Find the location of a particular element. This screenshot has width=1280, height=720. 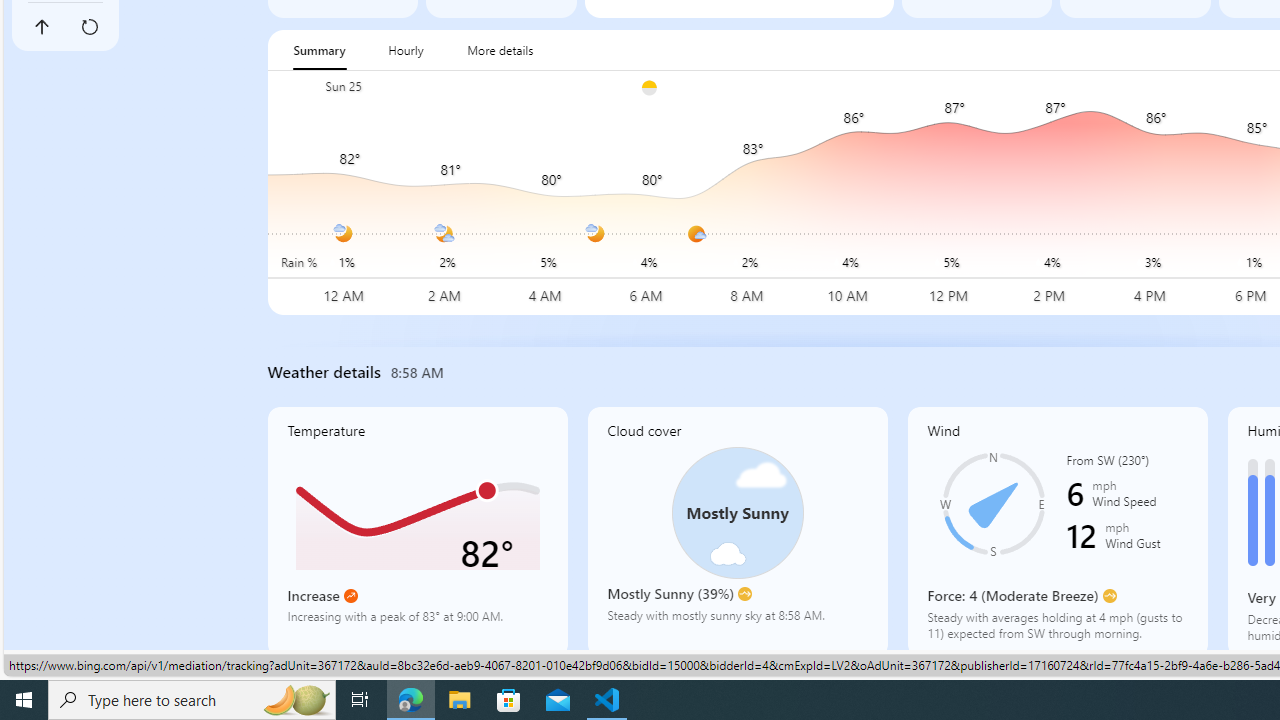

'Temperature' is located at coordinates (416, 530).